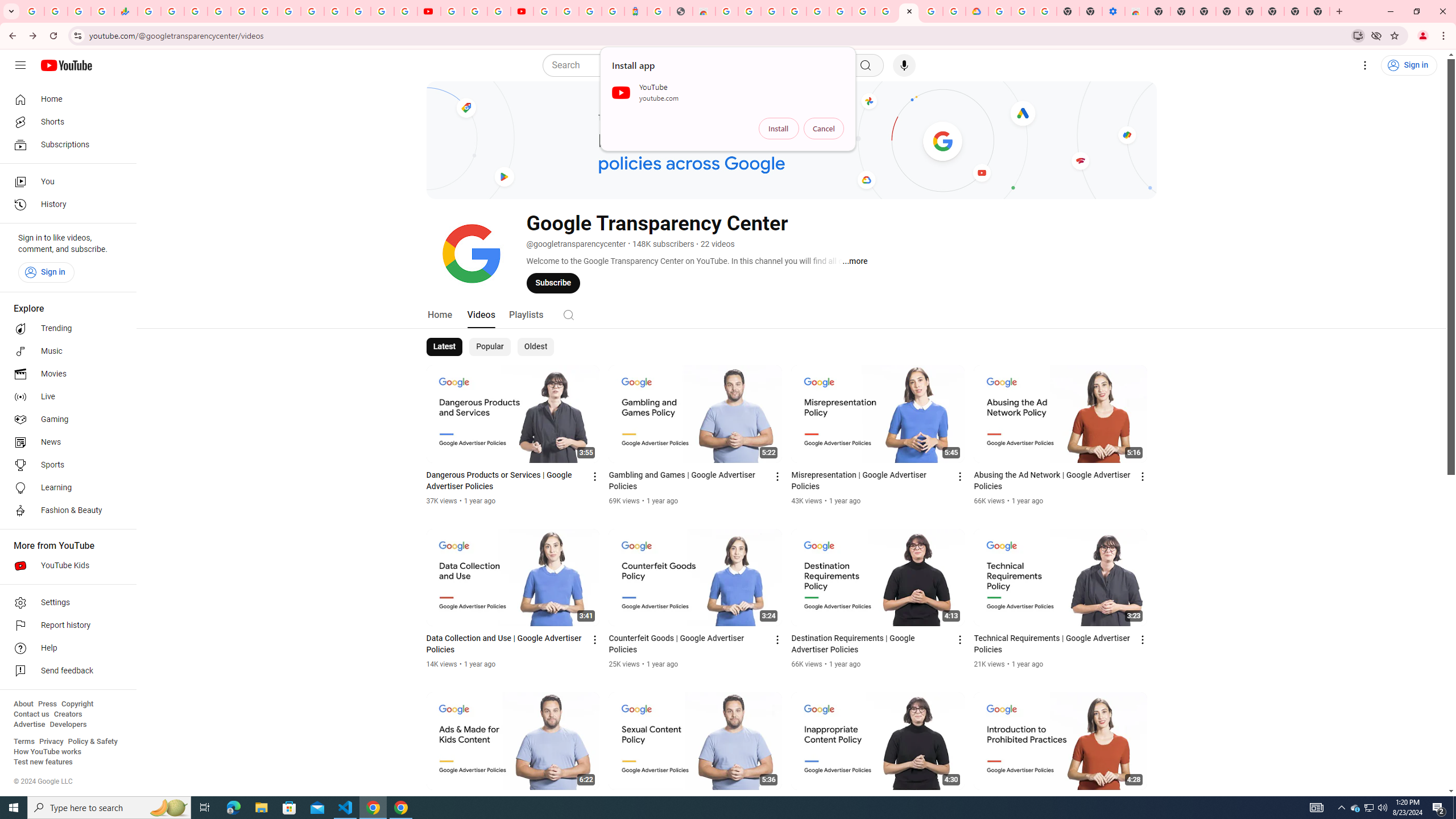  What do you see at coordinates (703, 11) in the screenshot?
I see `'Chrome Web Store - Household'` at bounding box center [703, 11].